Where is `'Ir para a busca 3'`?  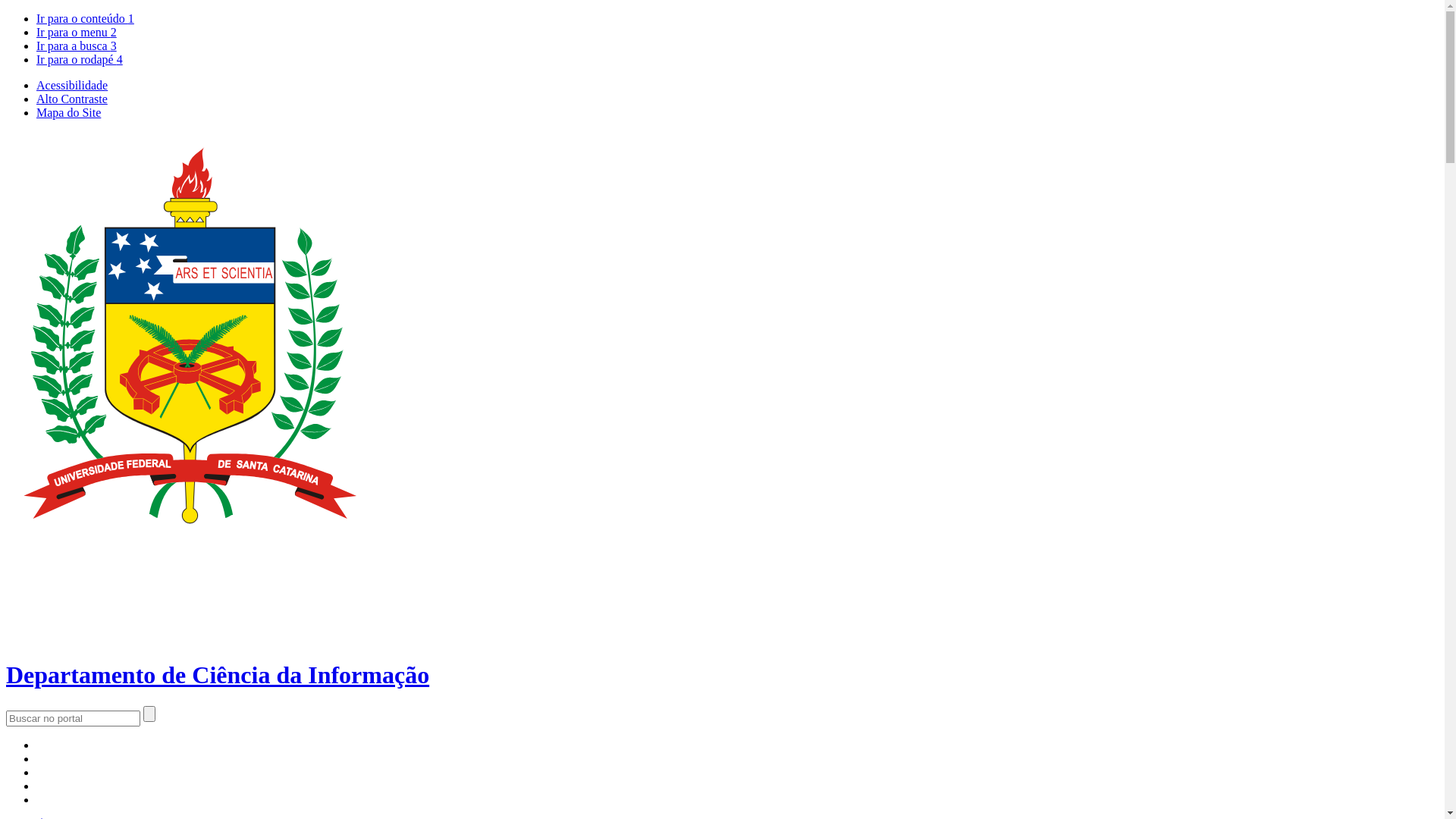
'Ir para a busca 3' is located at coordinates (75, 45).